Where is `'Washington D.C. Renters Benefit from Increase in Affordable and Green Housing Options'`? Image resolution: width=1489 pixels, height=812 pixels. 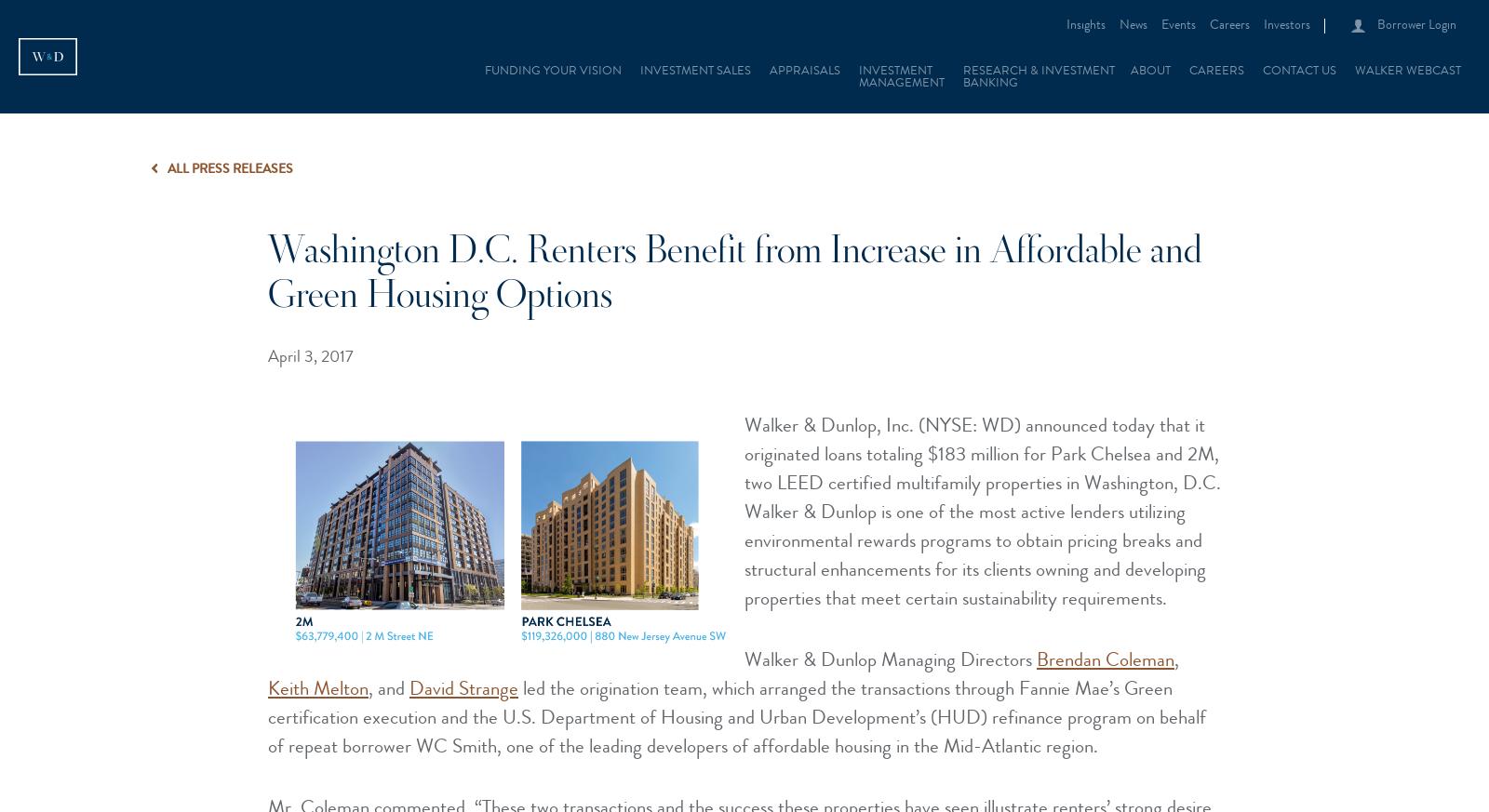
'Washington D.C. Renters Benefit from Increase in Affordable and Green Housing Options' is located at coordinates (268, 276).